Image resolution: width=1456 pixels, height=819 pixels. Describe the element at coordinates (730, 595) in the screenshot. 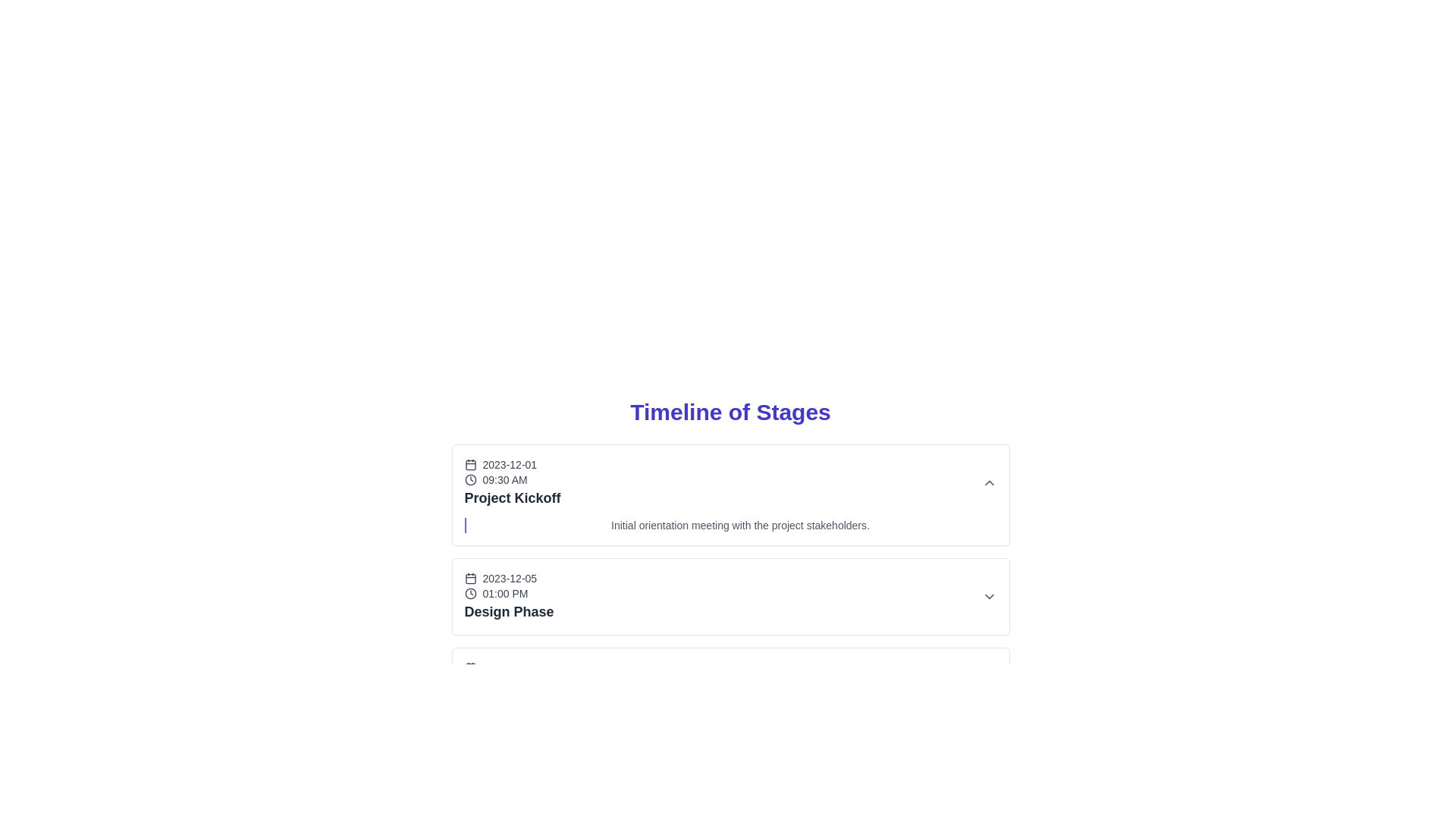

I see `the 'Design Phase' panel item for reordering in the vertically stacked list, identified by its white background, rounded corners, and shadow effect` at that location.